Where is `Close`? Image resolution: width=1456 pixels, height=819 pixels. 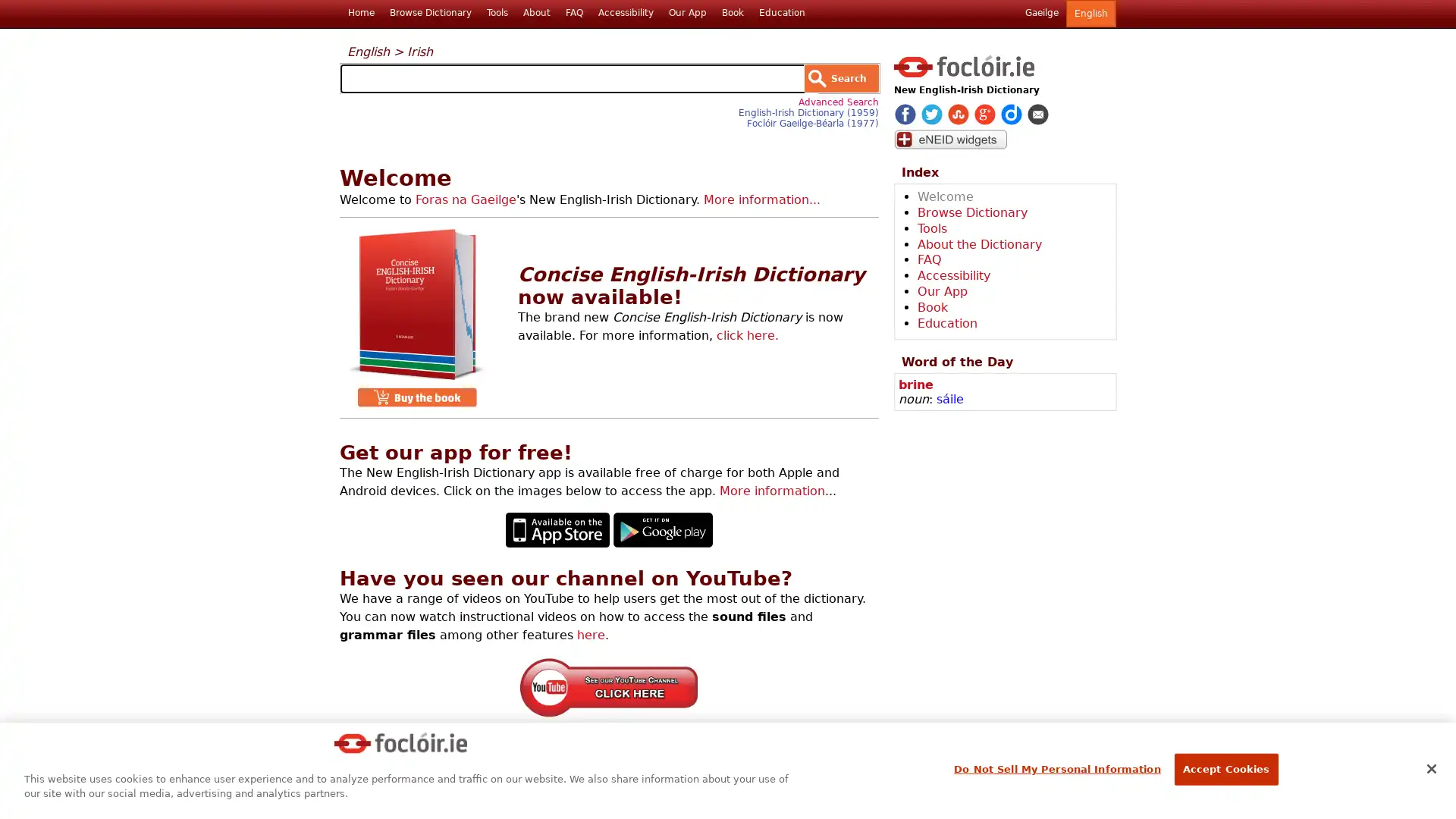
Close is located at coordinates (1430, 769).